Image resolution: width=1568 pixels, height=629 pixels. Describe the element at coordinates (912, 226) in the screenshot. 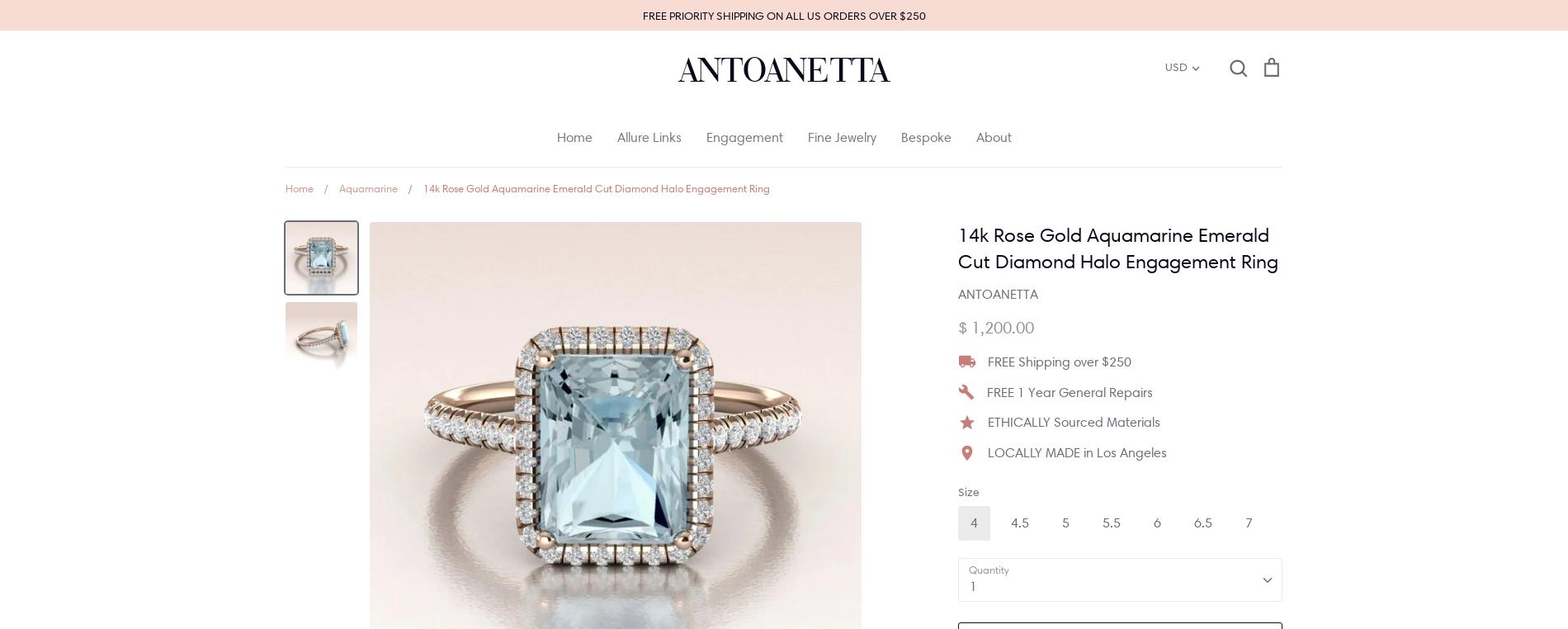

I see `'Round'` at that location.